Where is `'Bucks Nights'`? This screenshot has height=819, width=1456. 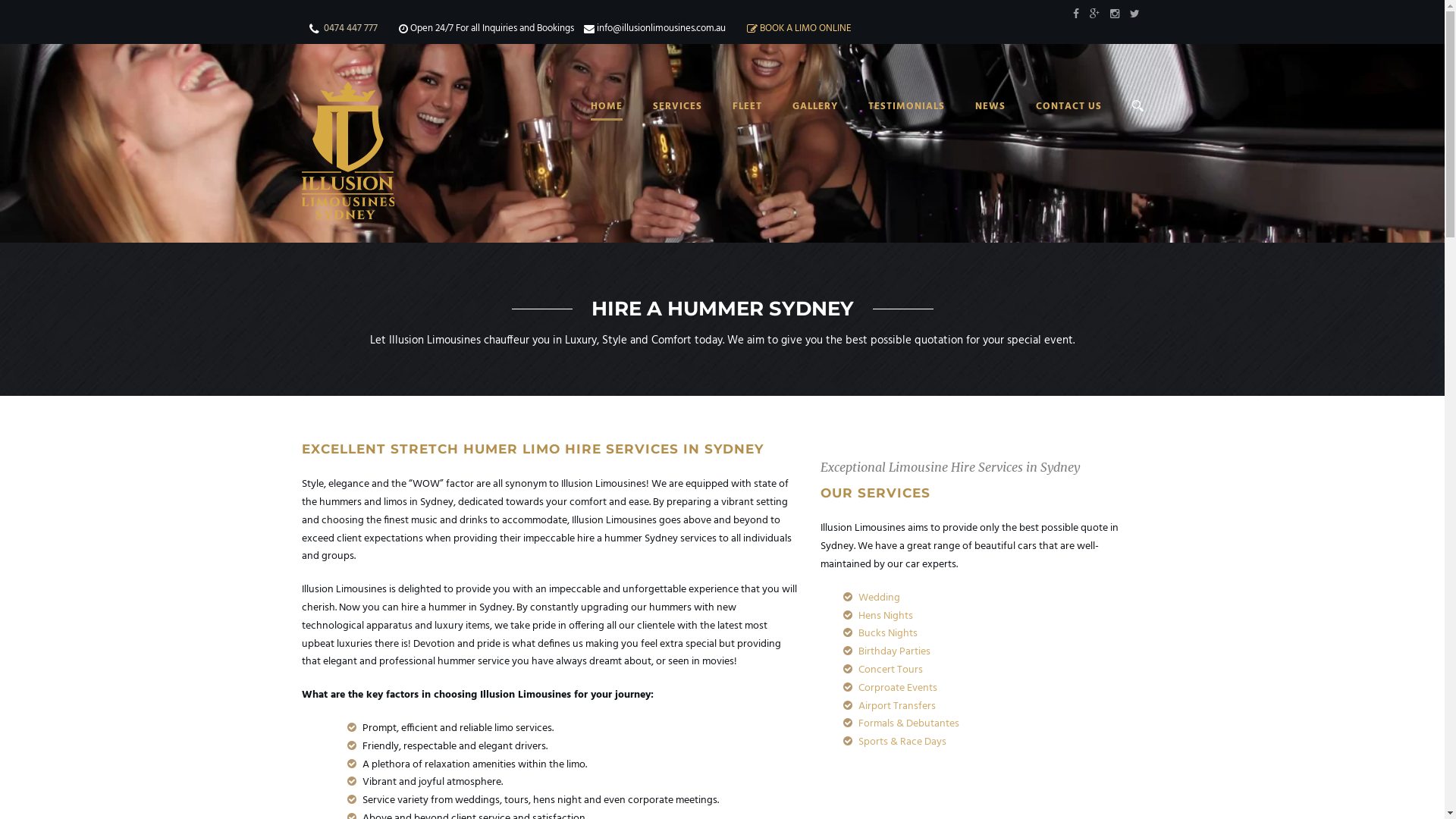
'Bucks Nights' is located at coordinates (858, 633).